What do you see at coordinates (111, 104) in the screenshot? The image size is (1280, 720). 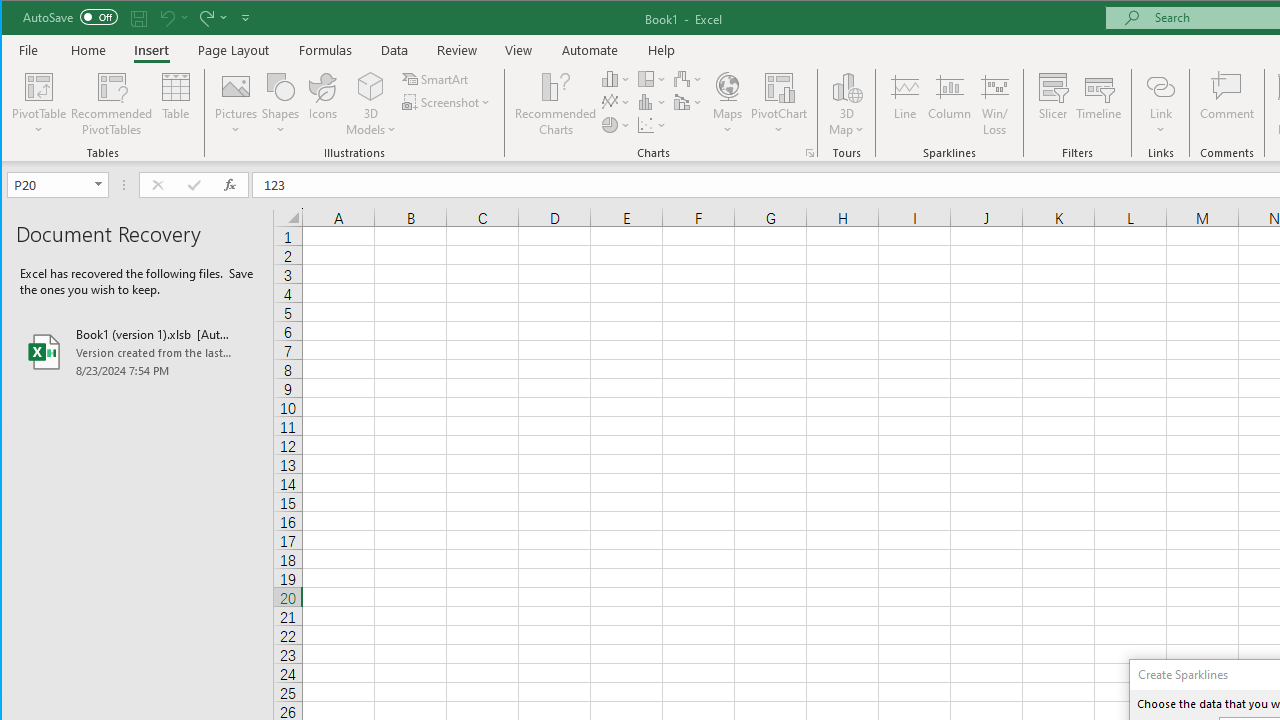 I see `'Recommended PivotTables'` at bounding box center [111, 104].